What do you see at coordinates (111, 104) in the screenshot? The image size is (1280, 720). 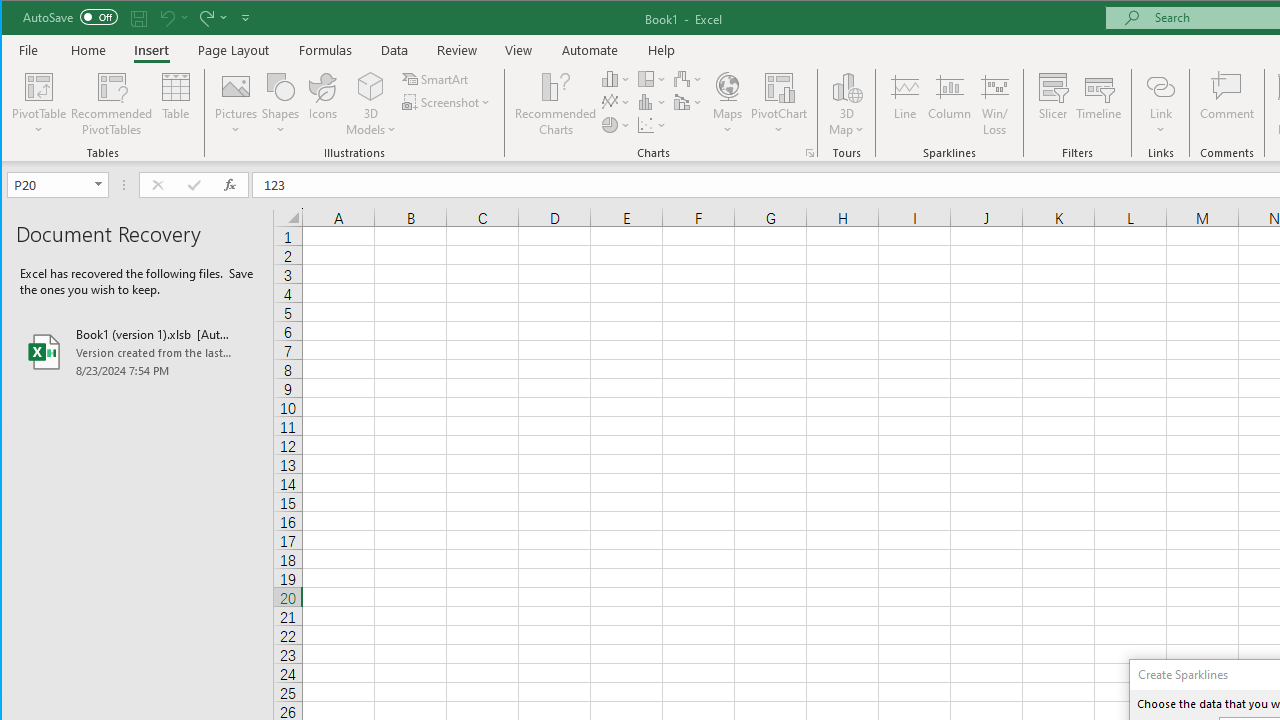 I see `'Recommended PivotTables'` at bounding box center [111, 104].